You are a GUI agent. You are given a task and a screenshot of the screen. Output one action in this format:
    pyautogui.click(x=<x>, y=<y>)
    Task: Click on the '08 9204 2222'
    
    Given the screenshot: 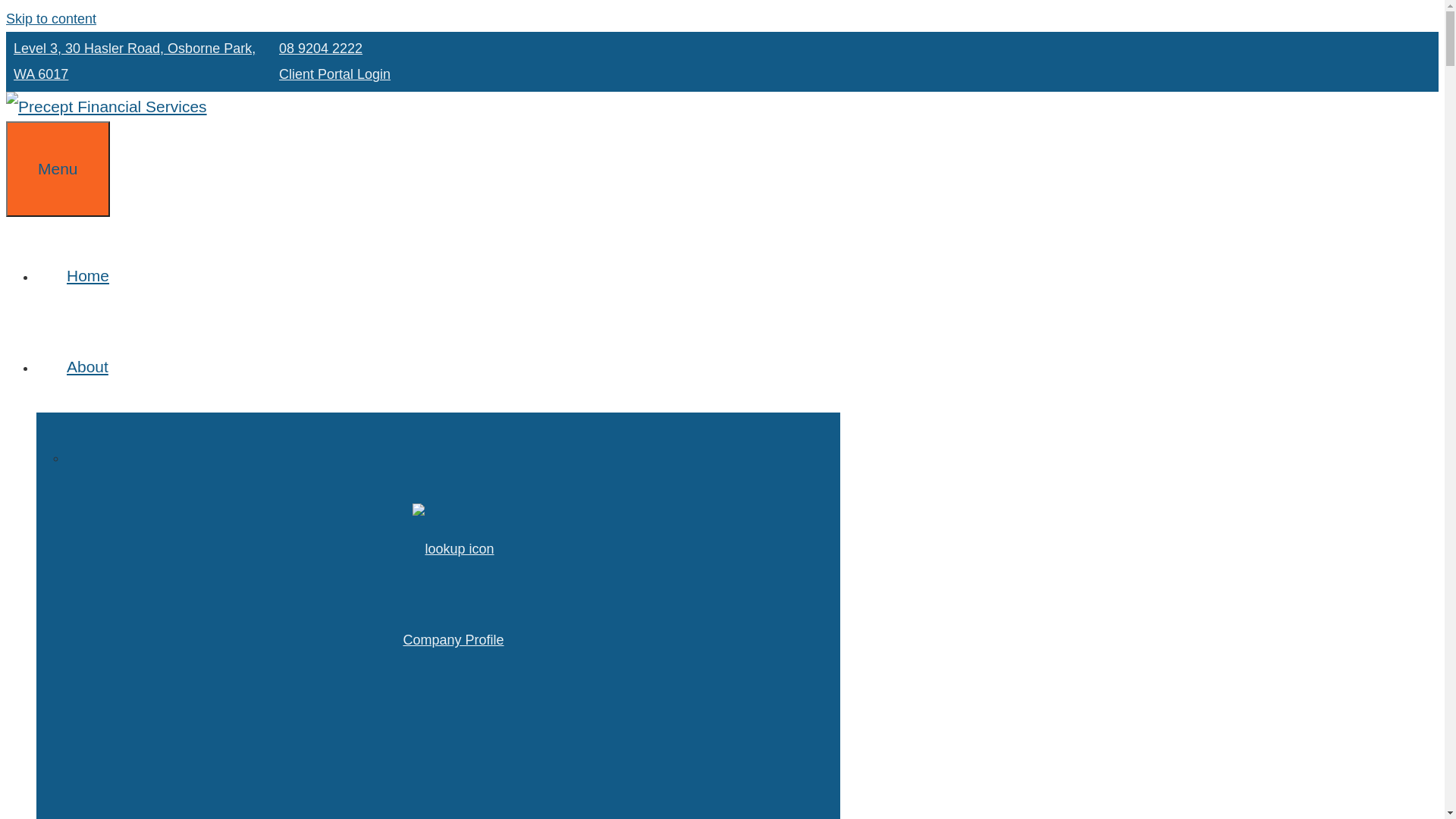 What is the action you would take?
    pyautogui.click(x=319, y=48)
    